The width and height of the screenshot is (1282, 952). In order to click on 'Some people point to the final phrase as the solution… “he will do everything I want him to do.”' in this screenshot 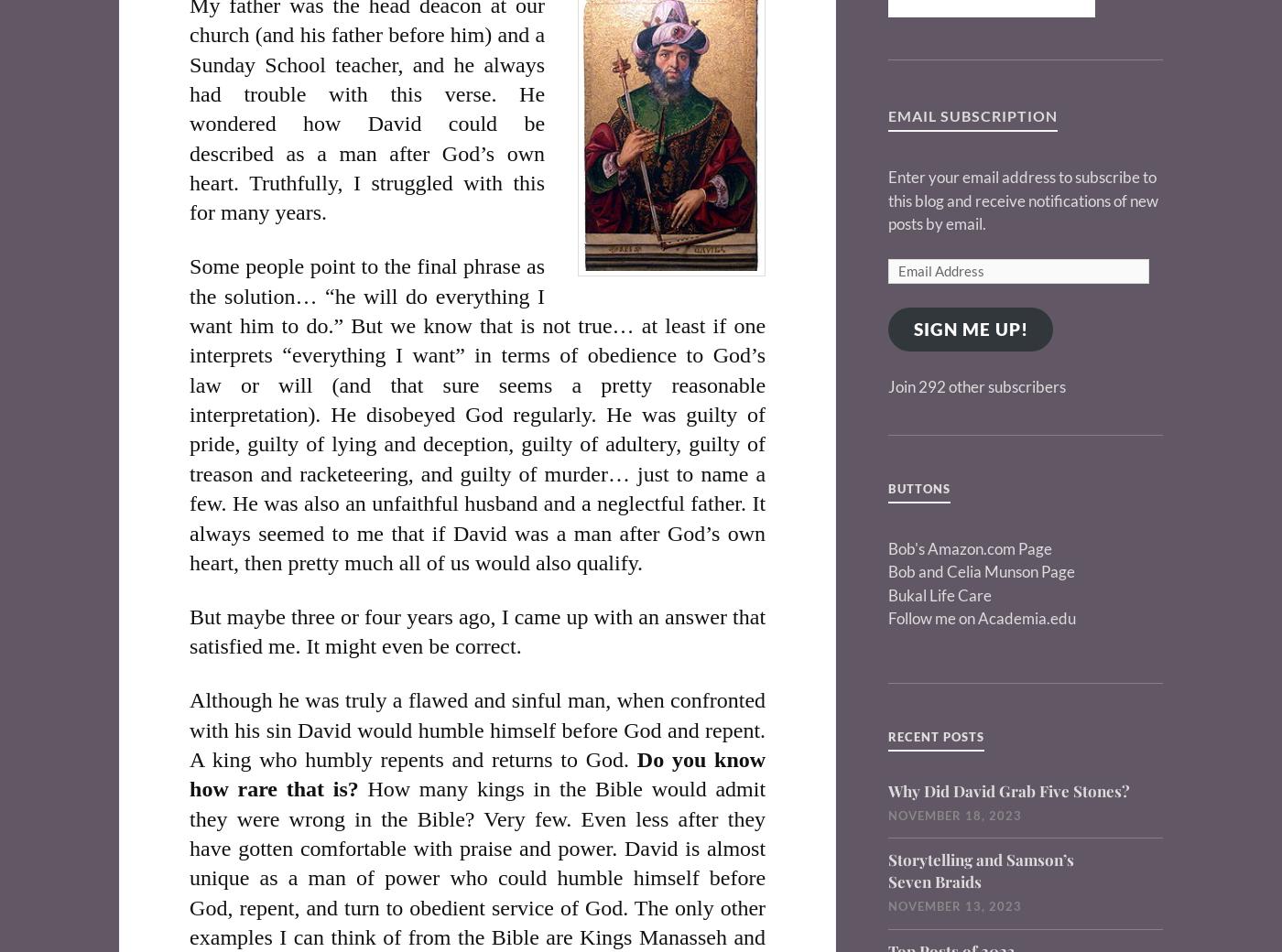, I will do `click(366, 295)`.